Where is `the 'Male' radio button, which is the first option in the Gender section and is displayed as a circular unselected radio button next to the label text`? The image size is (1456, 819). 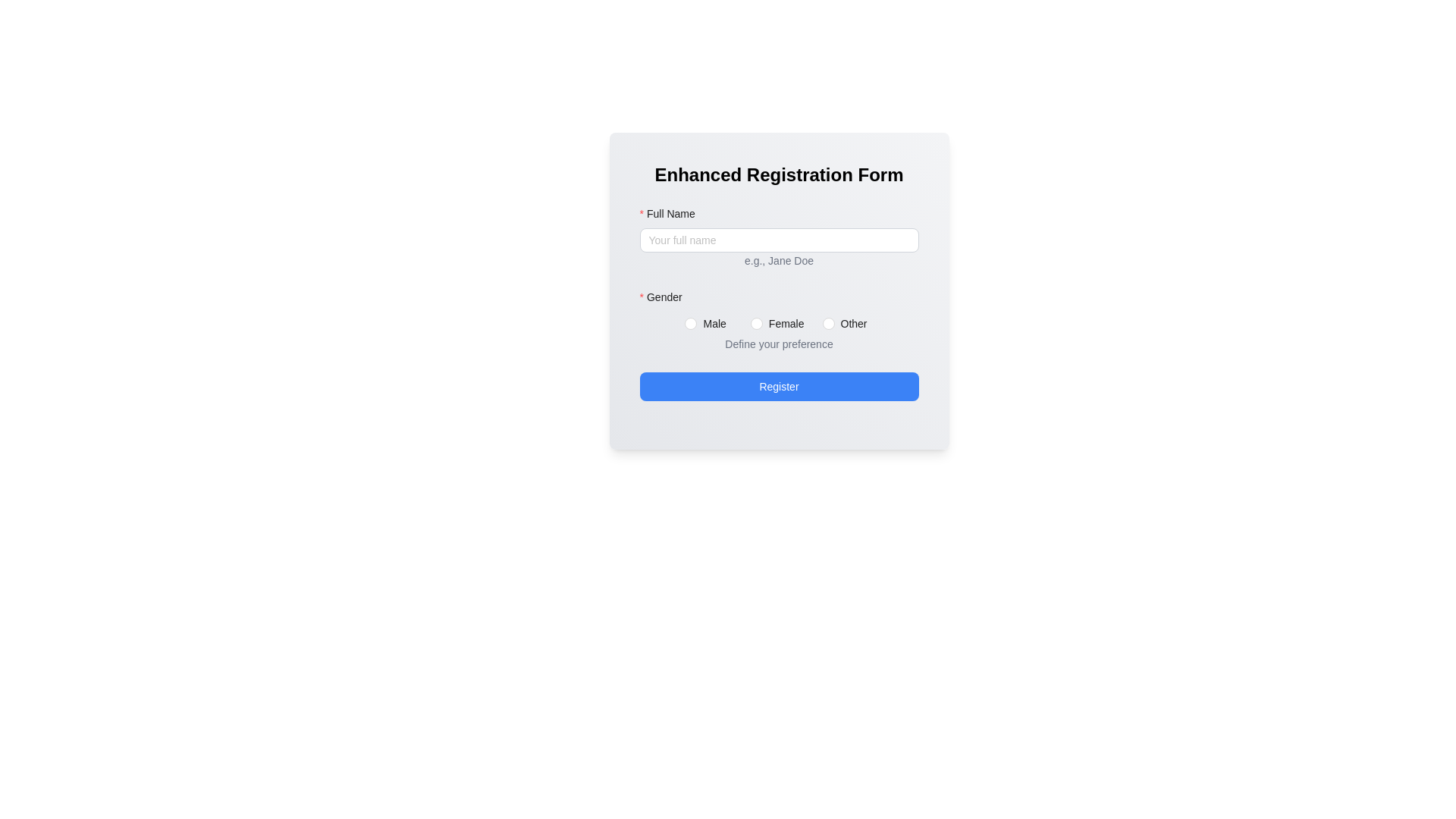
the 'Male' radio button, which is the first option in the Gender section and is displayed as a circular unselected radio button next to the label text is located at coordinates (708, 323).